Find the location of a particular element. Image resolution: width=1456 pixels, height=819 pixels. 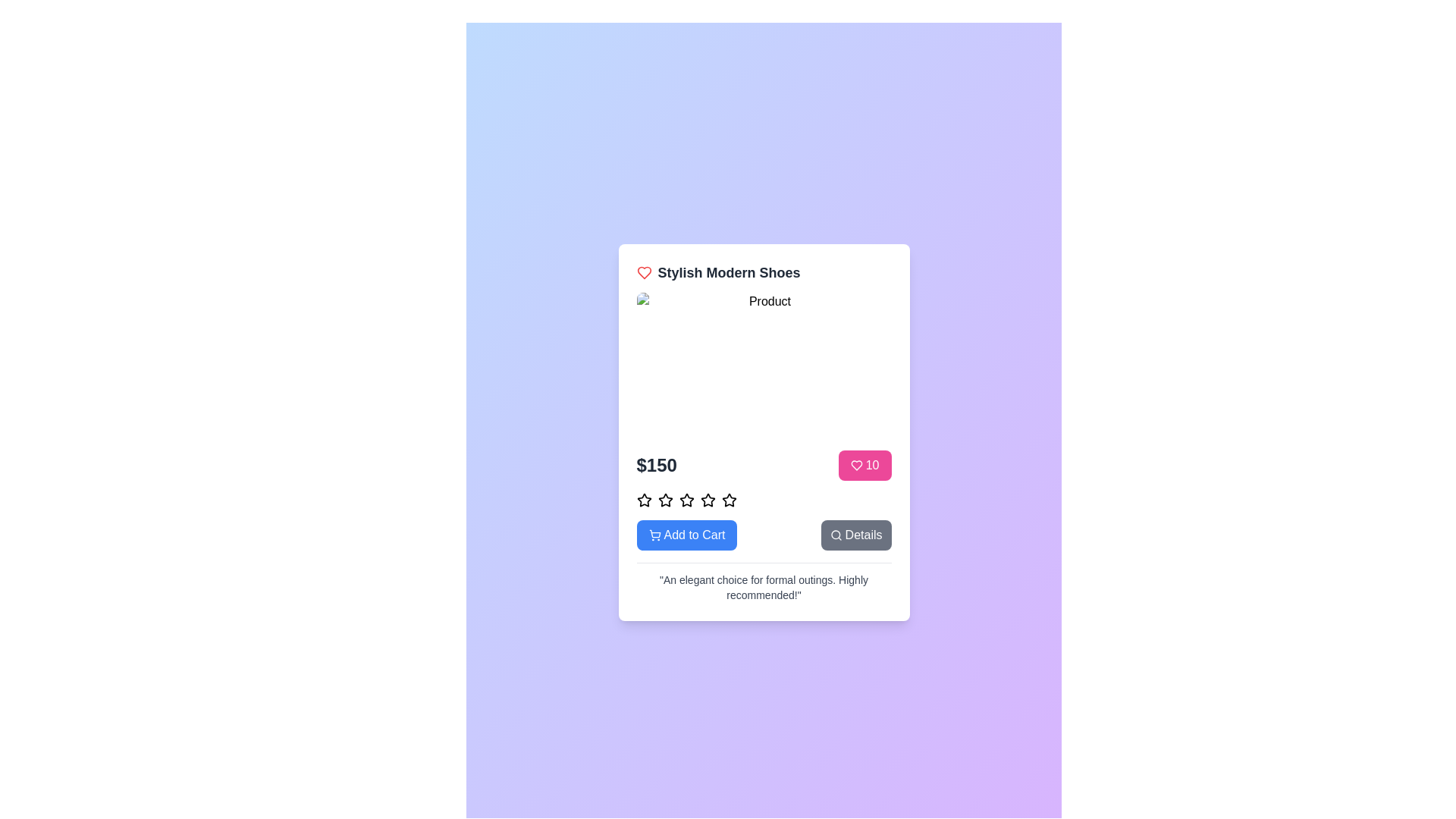

the 'like' button located in the top-right corner of the card component to increment the like count is located at coordinates (864, 464).